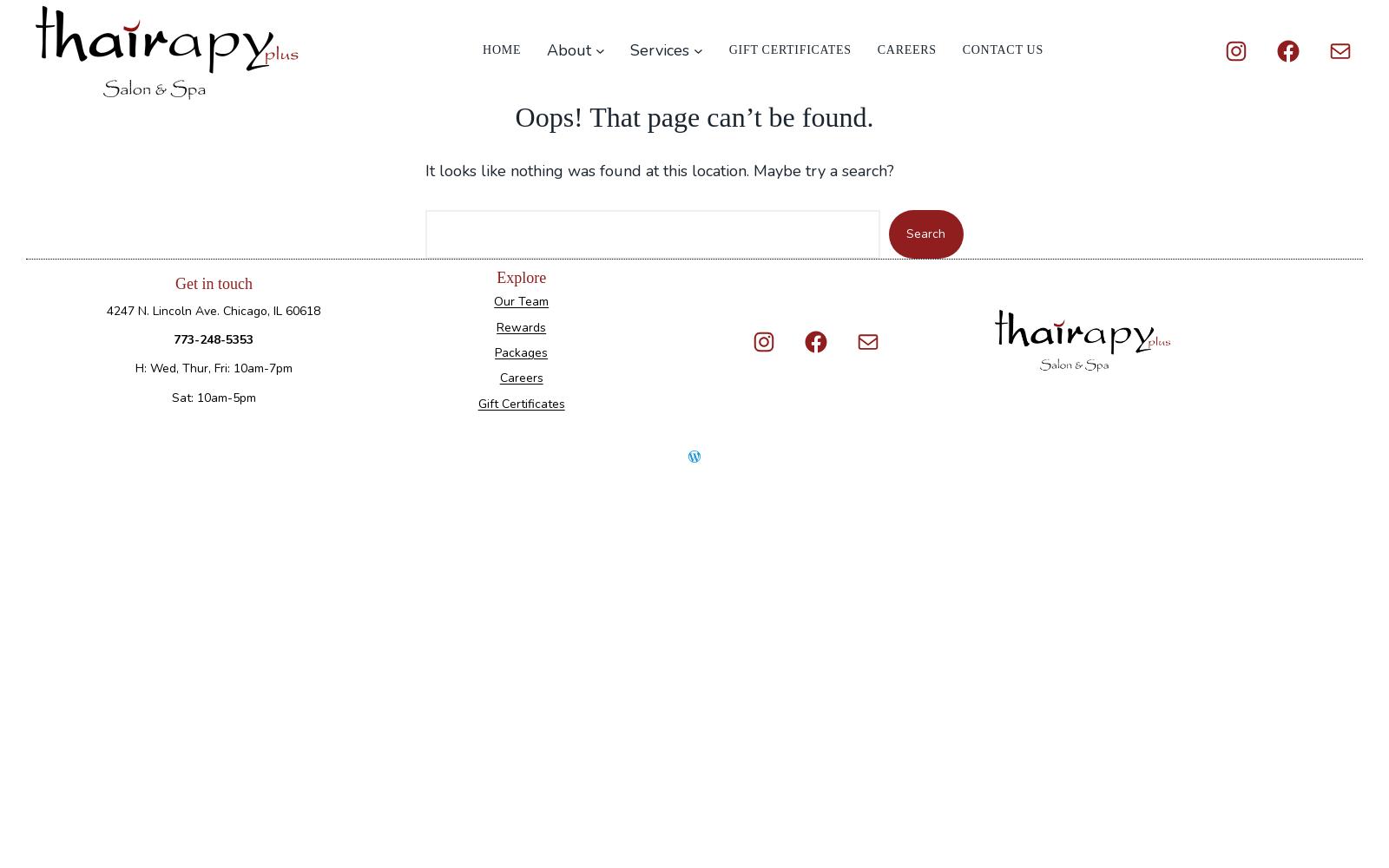  Describe the element at coordinates (660, 170) in the screenshot. I see `'It looks like nothing was found at this location. Maybe try a search?'` at that location.